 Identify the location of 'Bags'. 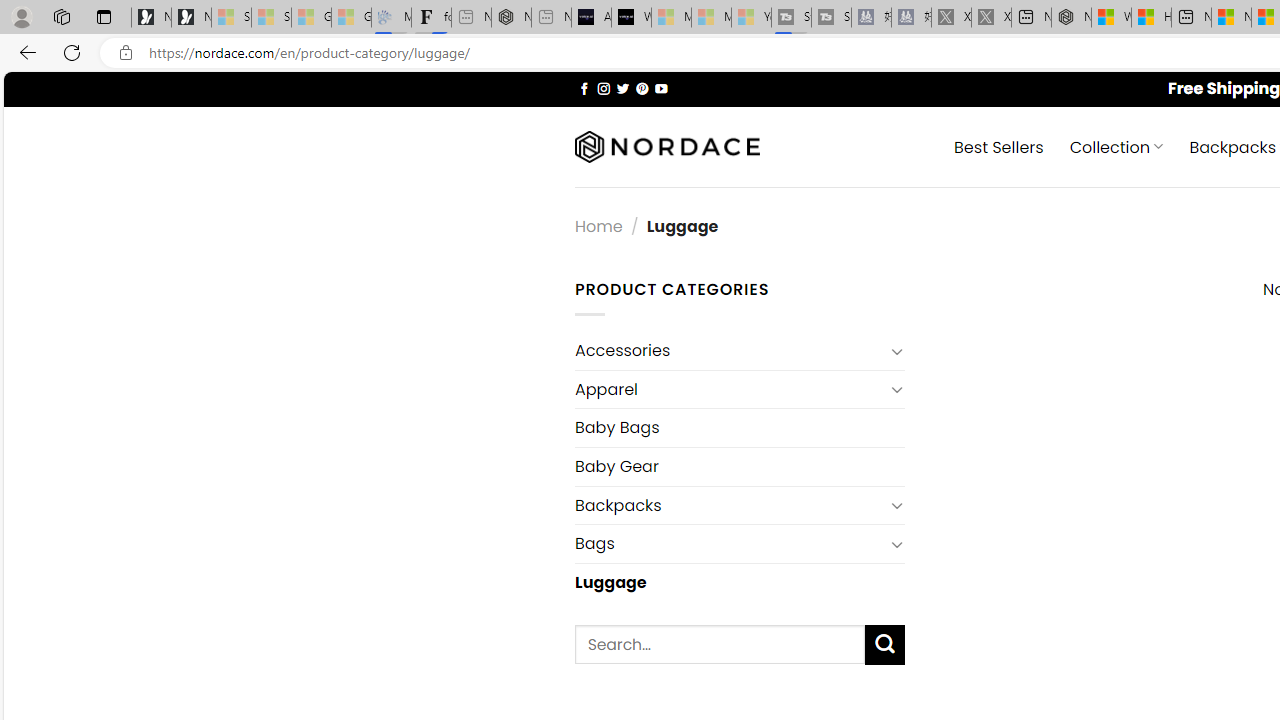
(728, 543).